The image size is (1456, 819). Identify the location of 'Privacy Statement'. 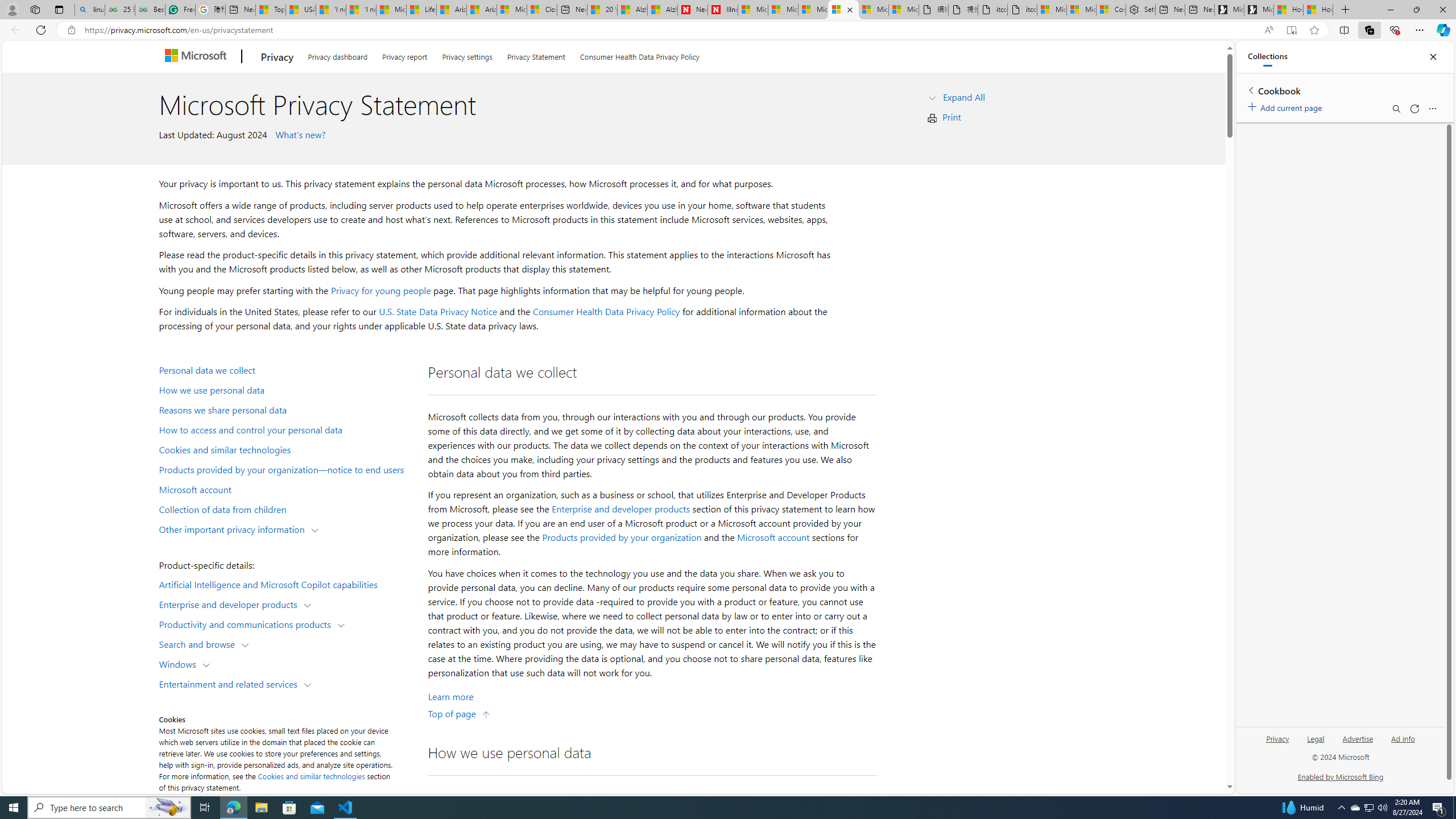
(535, 54).